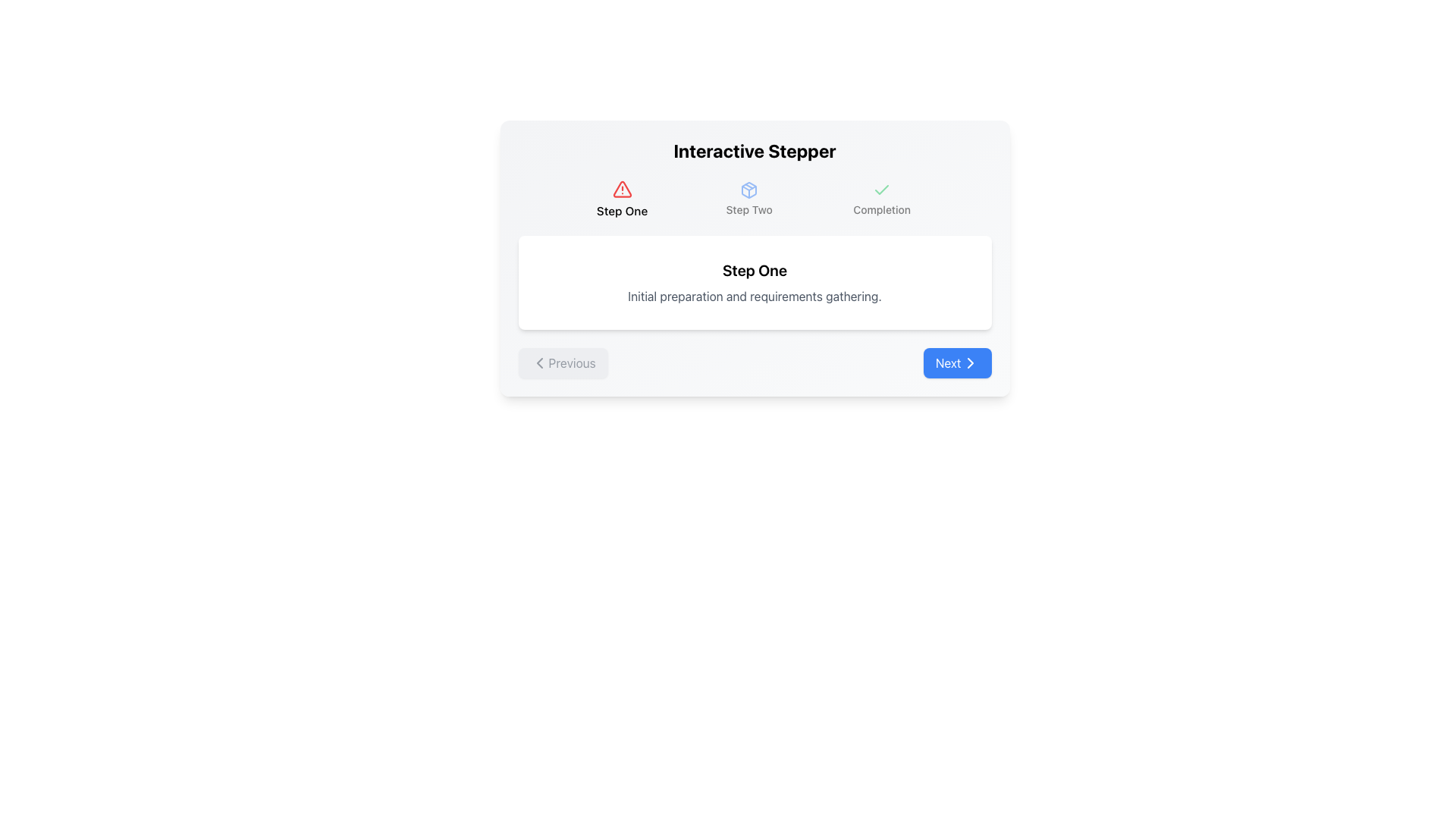 Image resolution: width=1456 pixels, height=819 pixels. Describe the element at coordinates (882, 210) in the screenshot. I see `the 'Completion' text label, which is styled with a small font size and medium weight, indicating the third step in a stepper interface, positioned under a checkmark icon` at that location.